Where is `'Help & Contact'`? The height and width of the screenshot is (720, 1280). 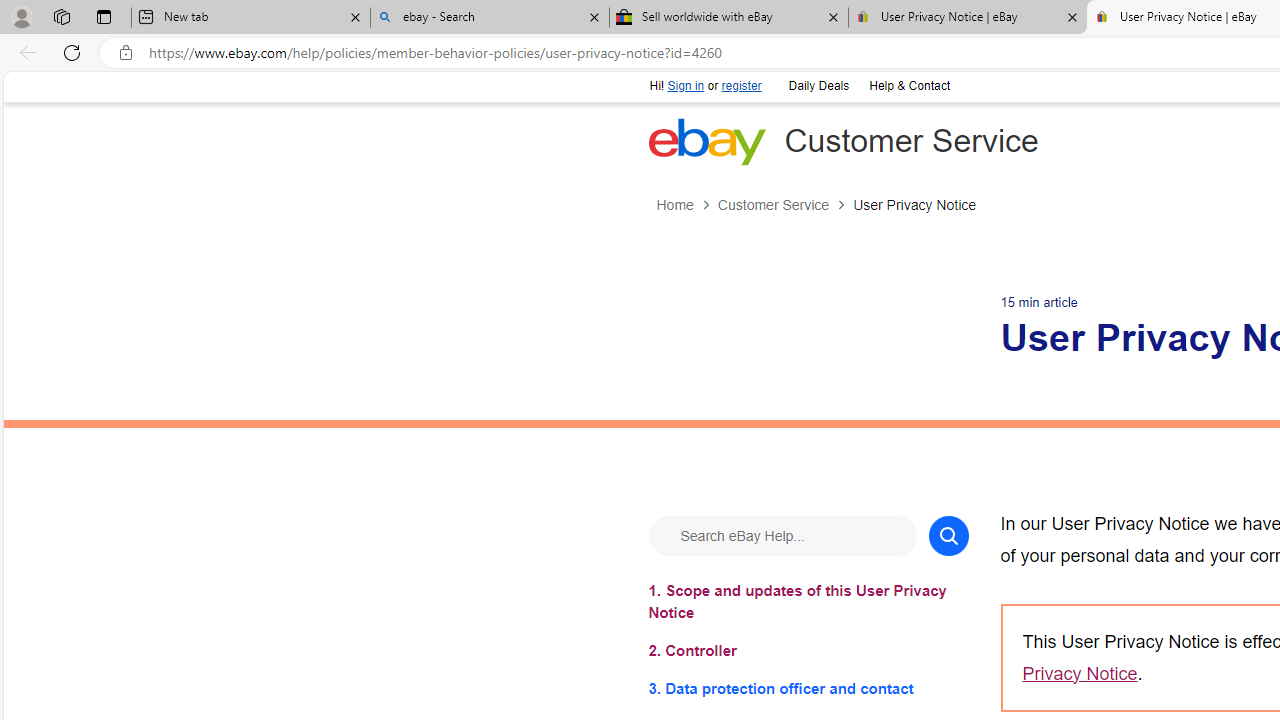 'Help & Contact' is located at coordinates (908, 86).